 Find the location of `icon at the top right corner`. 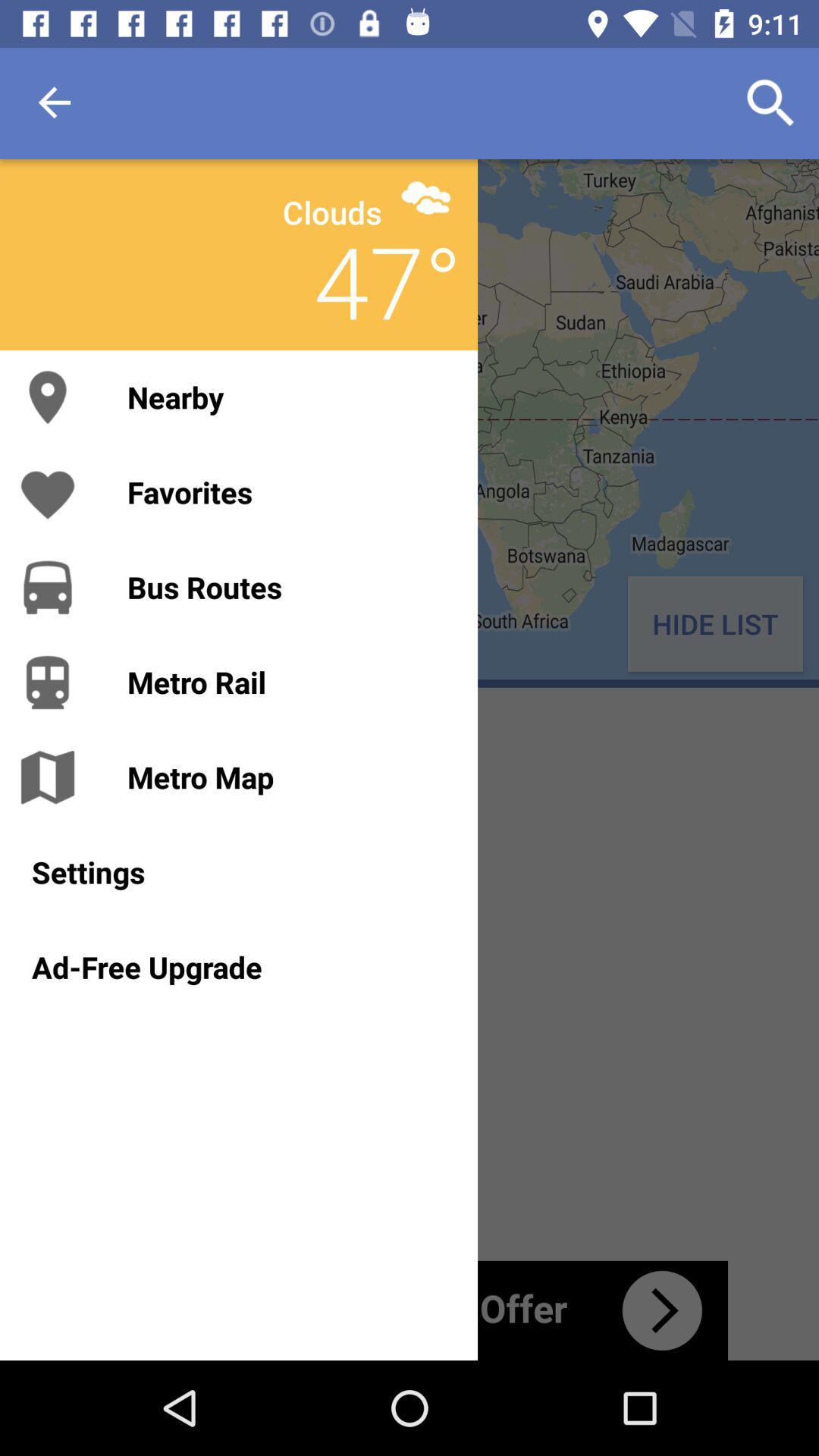

icon at the top right corner is located at coordinates (771, 102).